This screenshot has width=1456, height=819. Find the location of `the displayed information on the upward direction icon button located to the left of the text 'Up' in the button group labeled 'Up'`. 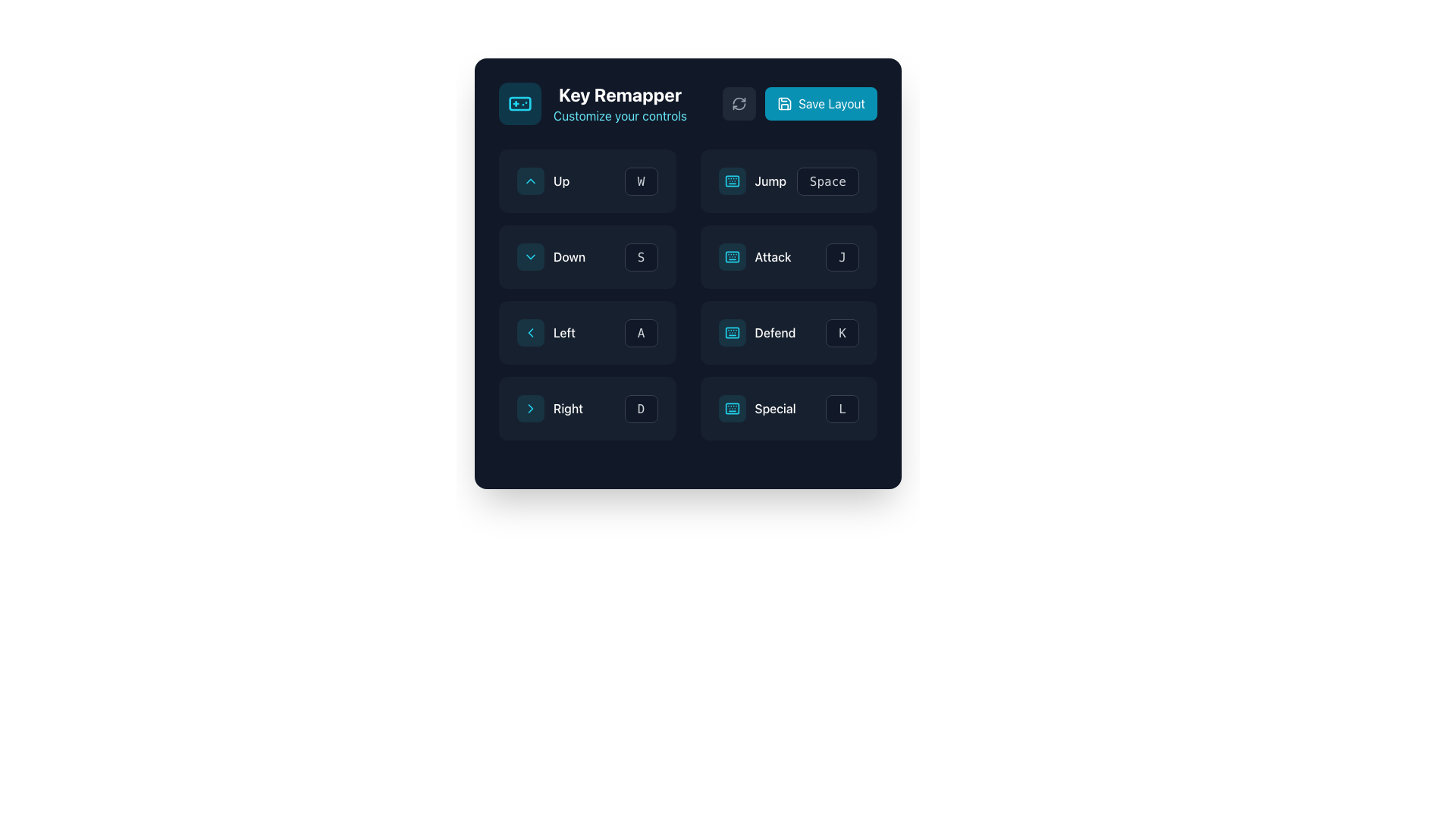

the displayed information on the upward direction icon button located to the left of the text 'Up' in the button group labeled 'Up' is located at coordinates (531, 180).